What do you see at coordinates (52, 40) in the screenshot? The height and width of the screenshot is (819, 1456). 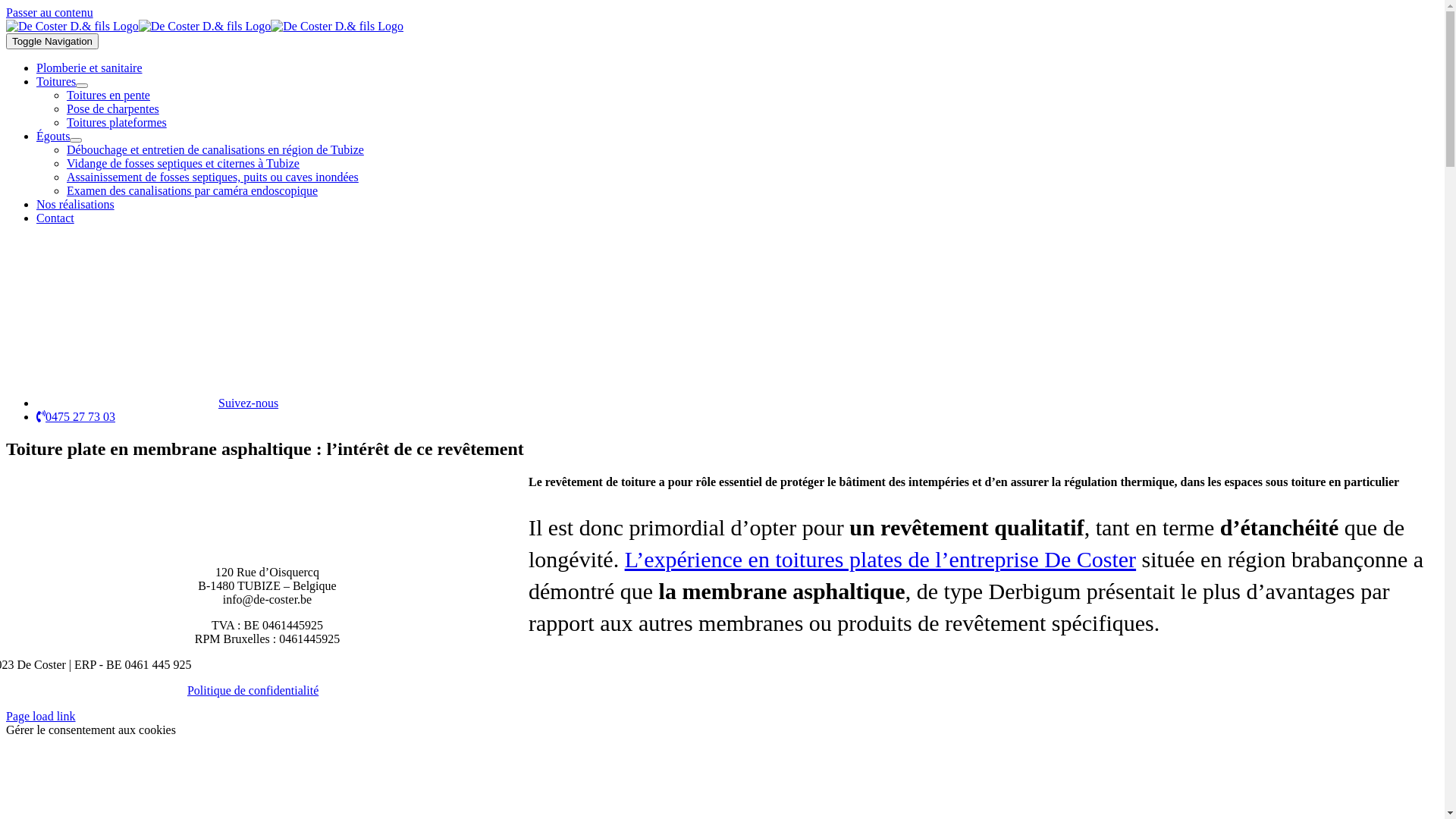 I see `'Toggle Navigation'` at bounding box center [52, 40].